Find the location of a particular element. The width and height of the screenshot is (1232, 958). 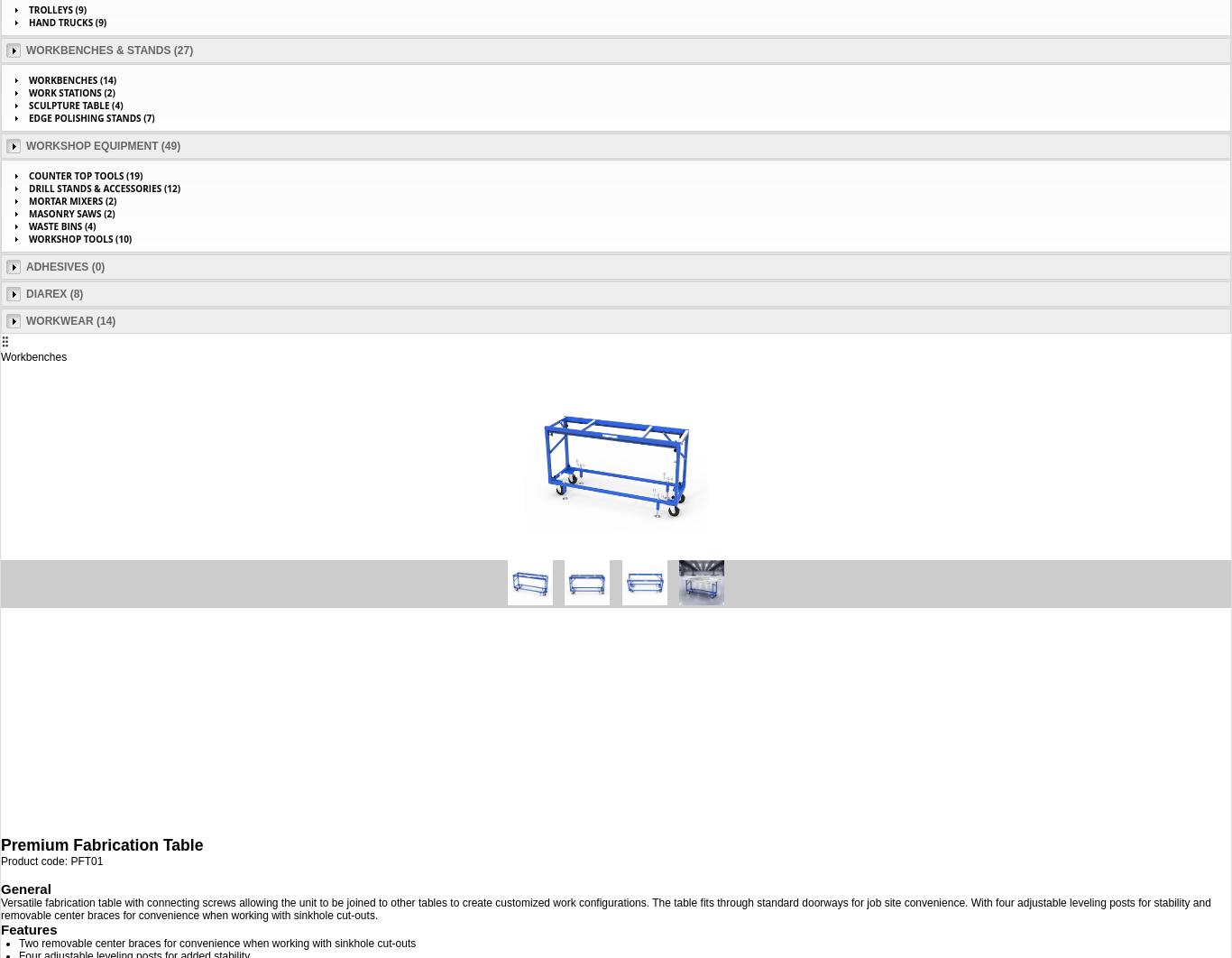

'Diarex (8)' is located at coordinates (54, 293).